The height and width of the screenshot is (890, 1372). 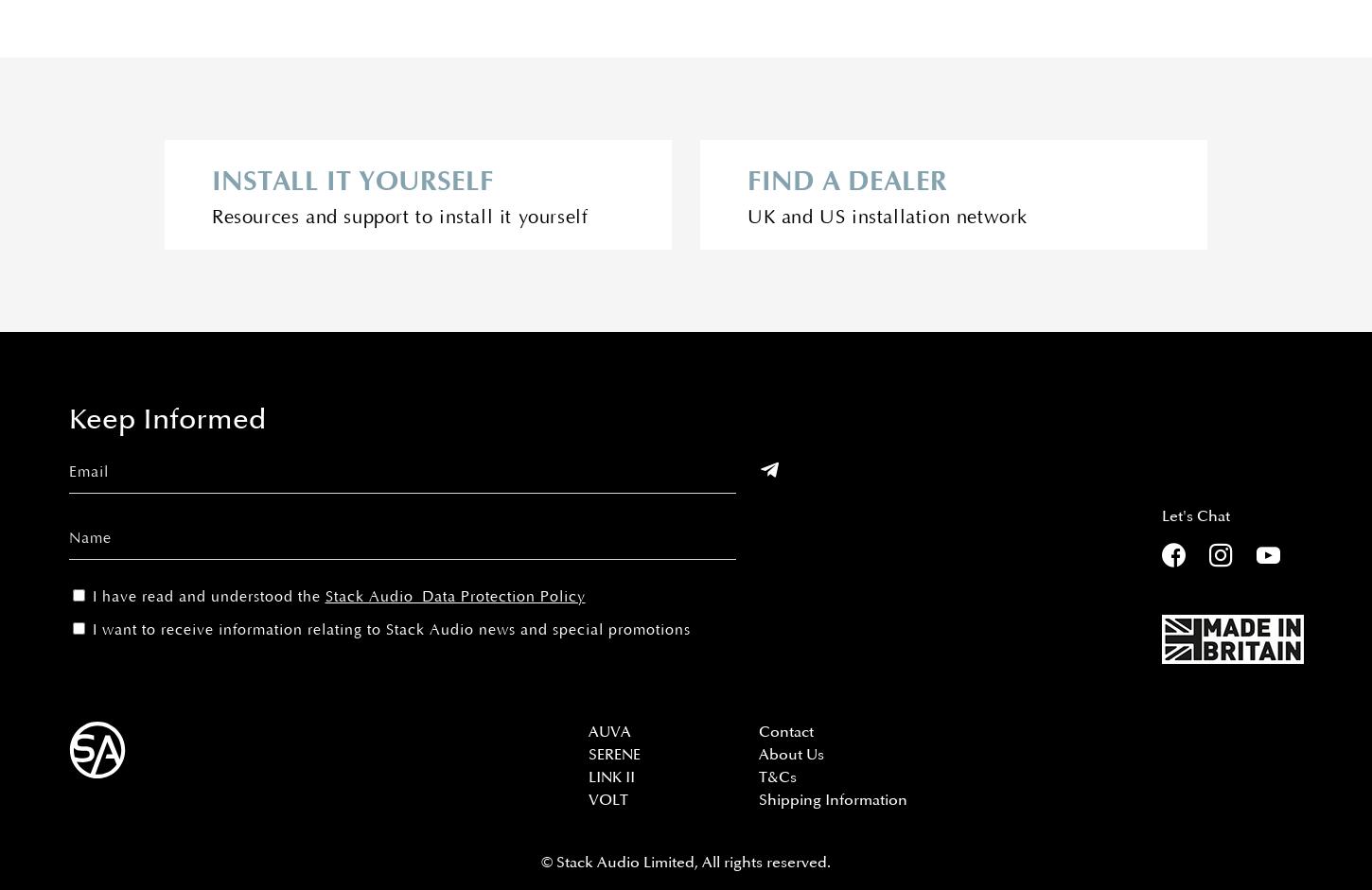 What do you see at coordinates (785, 731) in the screenshot?
I see `'Contact'` at bounding box center [785, 731].